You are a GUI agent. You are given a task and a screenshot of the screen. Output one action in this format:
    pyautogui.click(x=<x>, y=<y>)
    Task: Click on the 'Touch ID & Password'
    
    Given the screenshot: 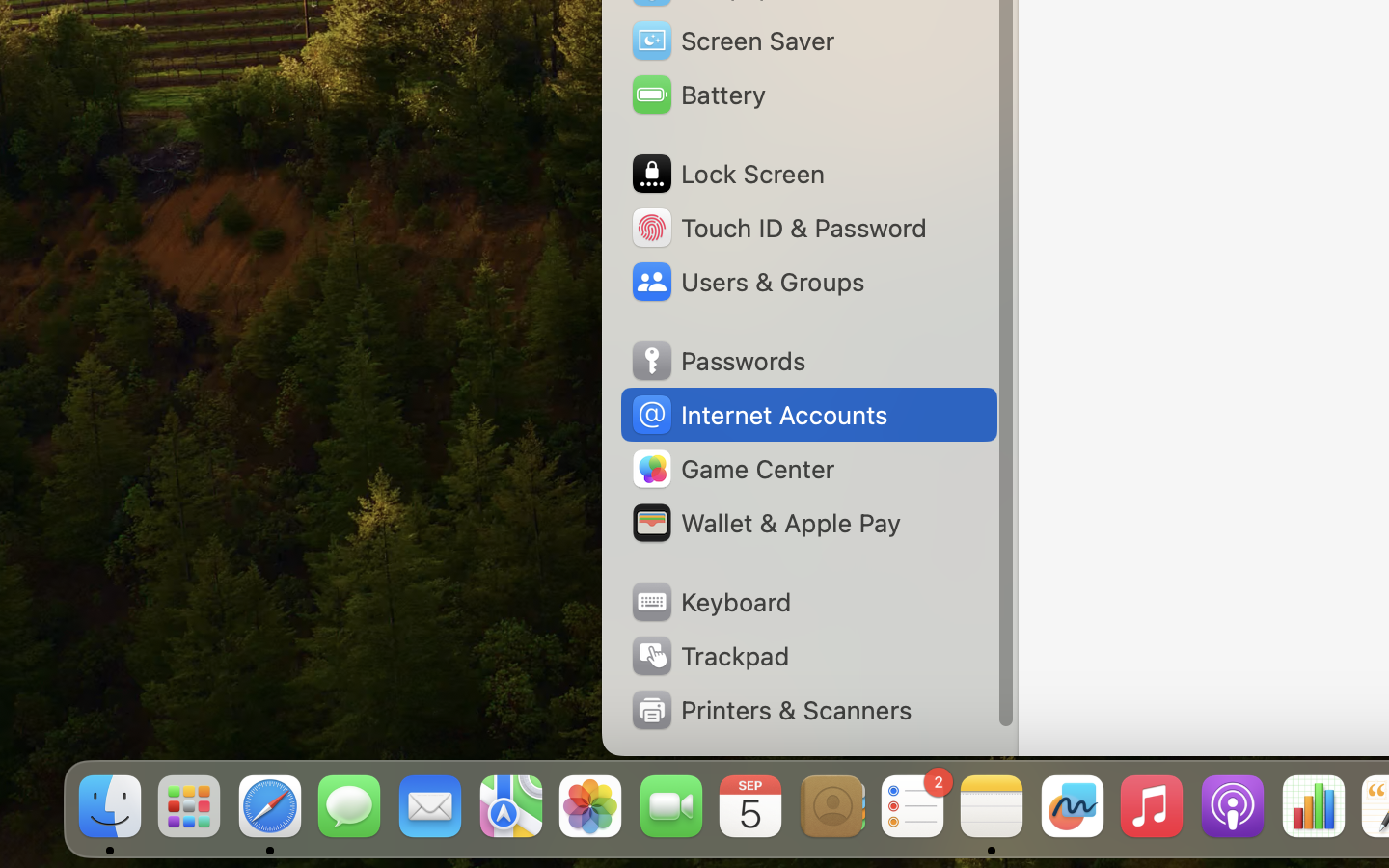 What is the action you would take?
    pyautogui.click(x=777, y=226)
    